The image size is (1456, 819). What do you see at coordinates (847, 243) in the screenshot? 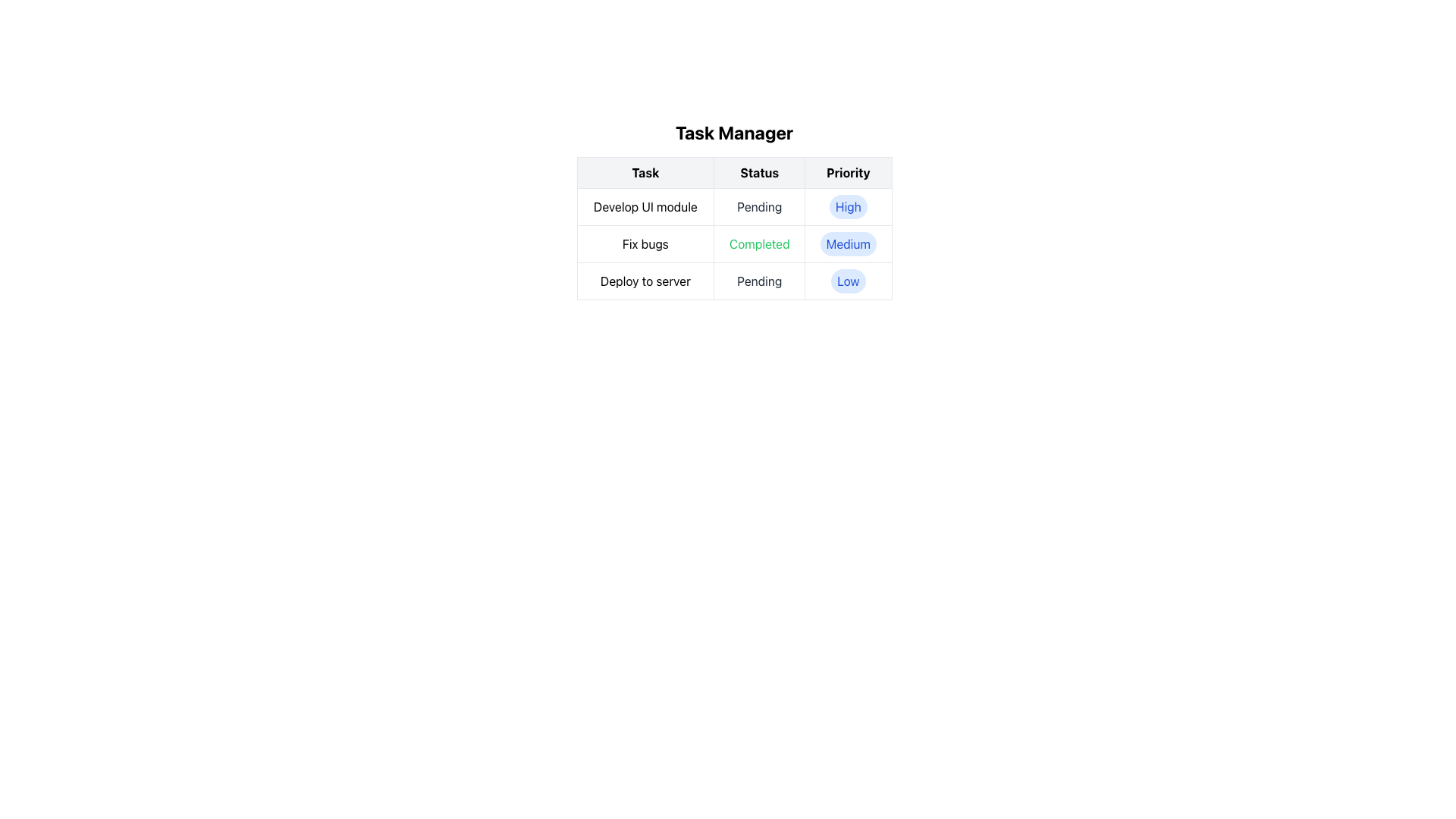
I see `the 'Medium' priority label/button located in the 'Priority' column of the second row in the 'Task Manager' table to interact with it` at bounding box center [847, 243].